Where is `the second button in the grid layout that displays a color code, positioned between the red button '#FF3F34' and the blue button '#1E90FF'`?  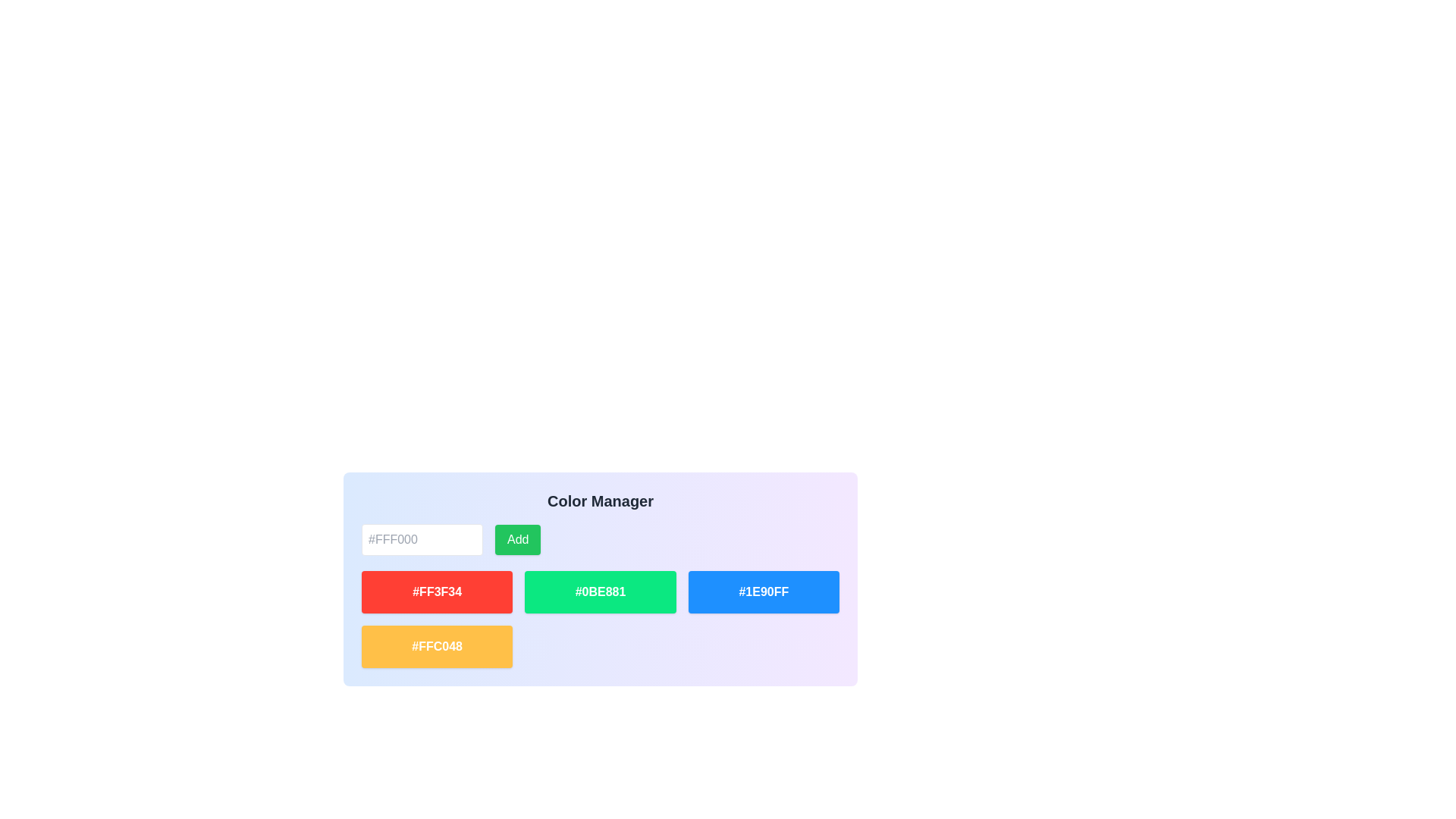 the second button in the grid layout that displays a color code, positioned between the red button '#FF3F34' and the blue button '#1E90FF' is located at coordinates (600, 591).